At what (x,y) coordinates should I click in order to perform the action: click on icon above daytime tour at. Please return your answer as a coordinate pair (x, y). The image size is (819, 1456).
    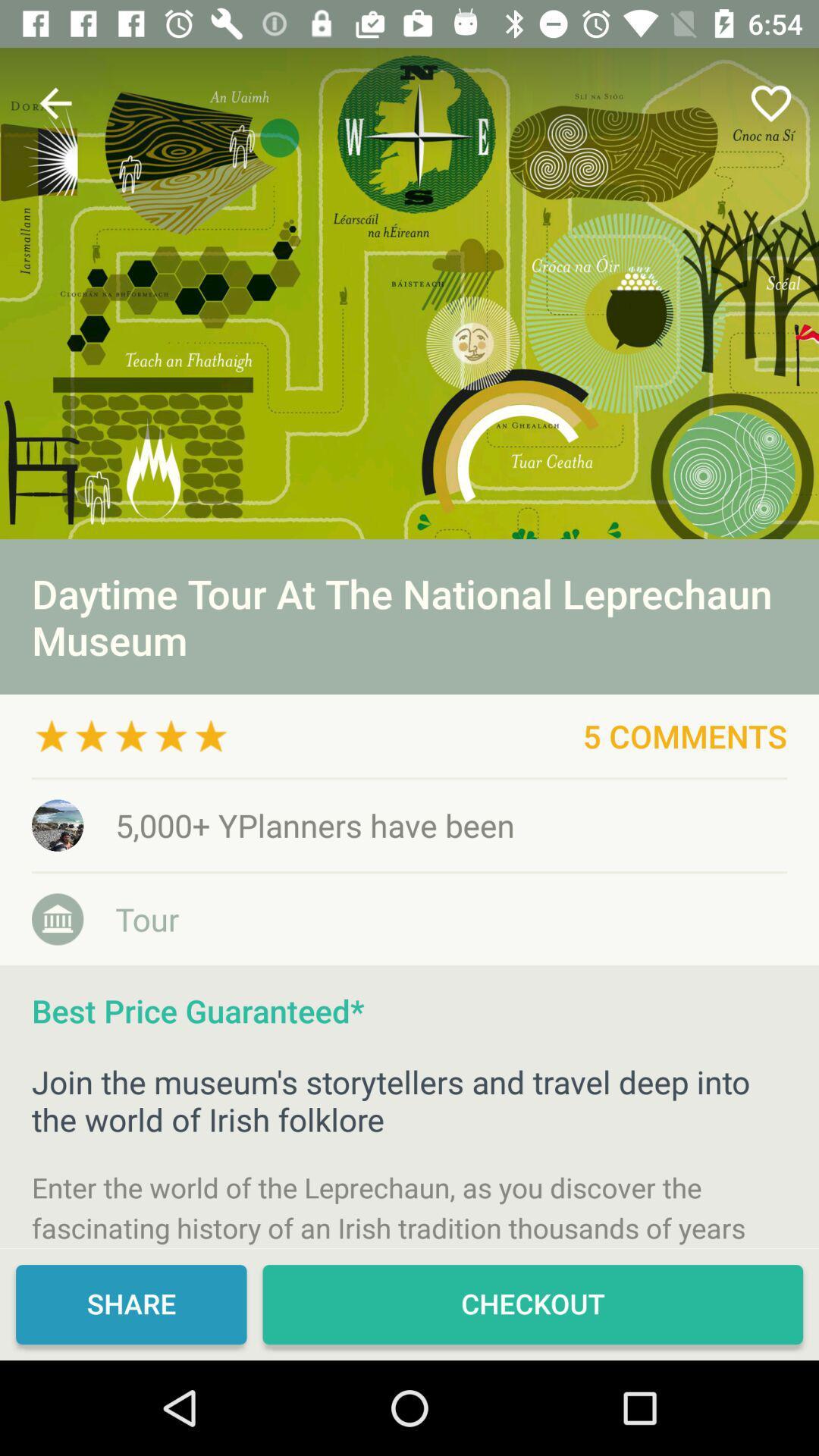
    Looking at the image, I should click on (409, 293).